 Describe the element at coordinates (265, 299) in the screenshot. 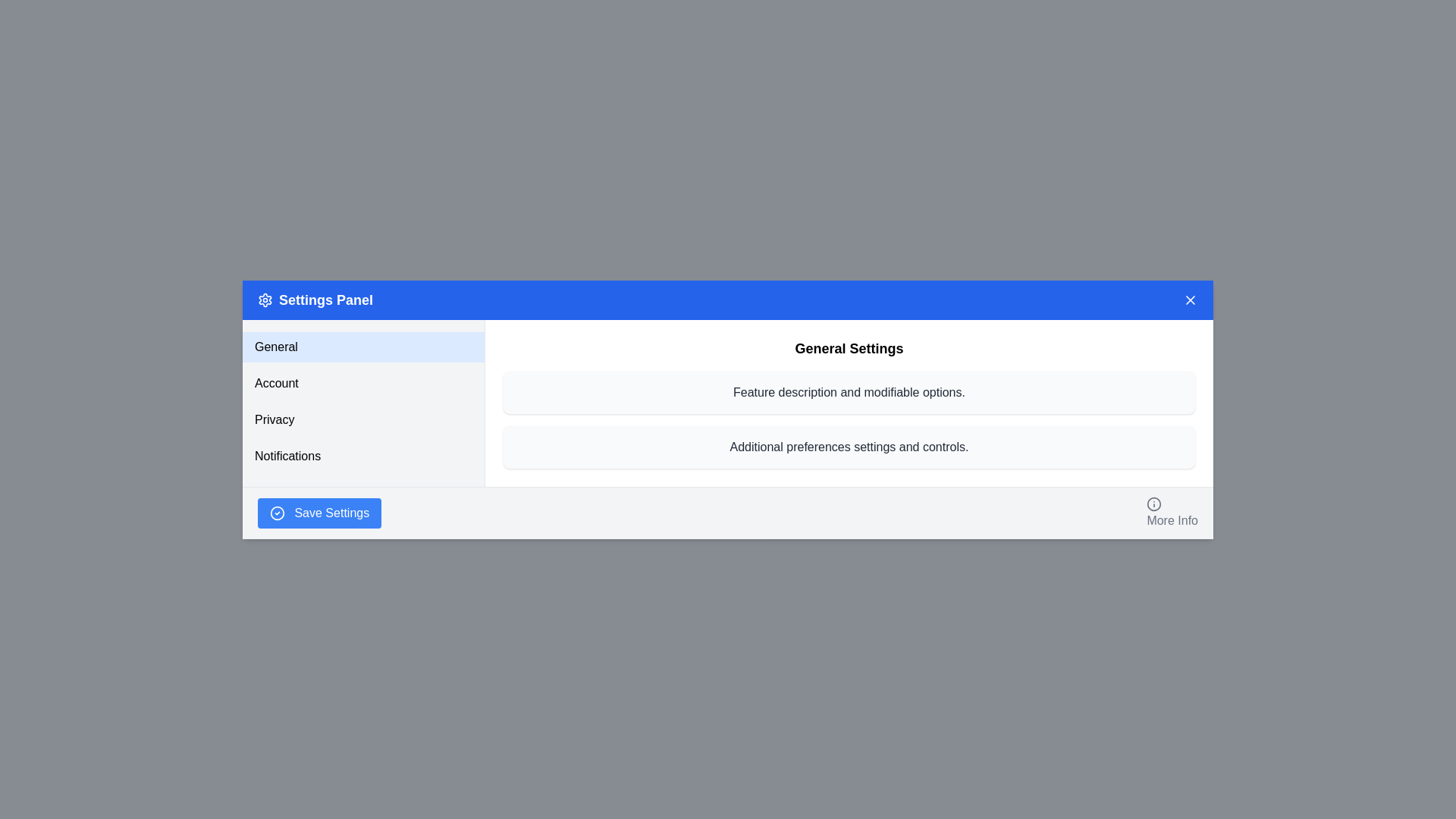

I see `the gear-shaped settings icon located in the top left corner of the interface, adjacent to the 'Settings Panel' text` at that location.